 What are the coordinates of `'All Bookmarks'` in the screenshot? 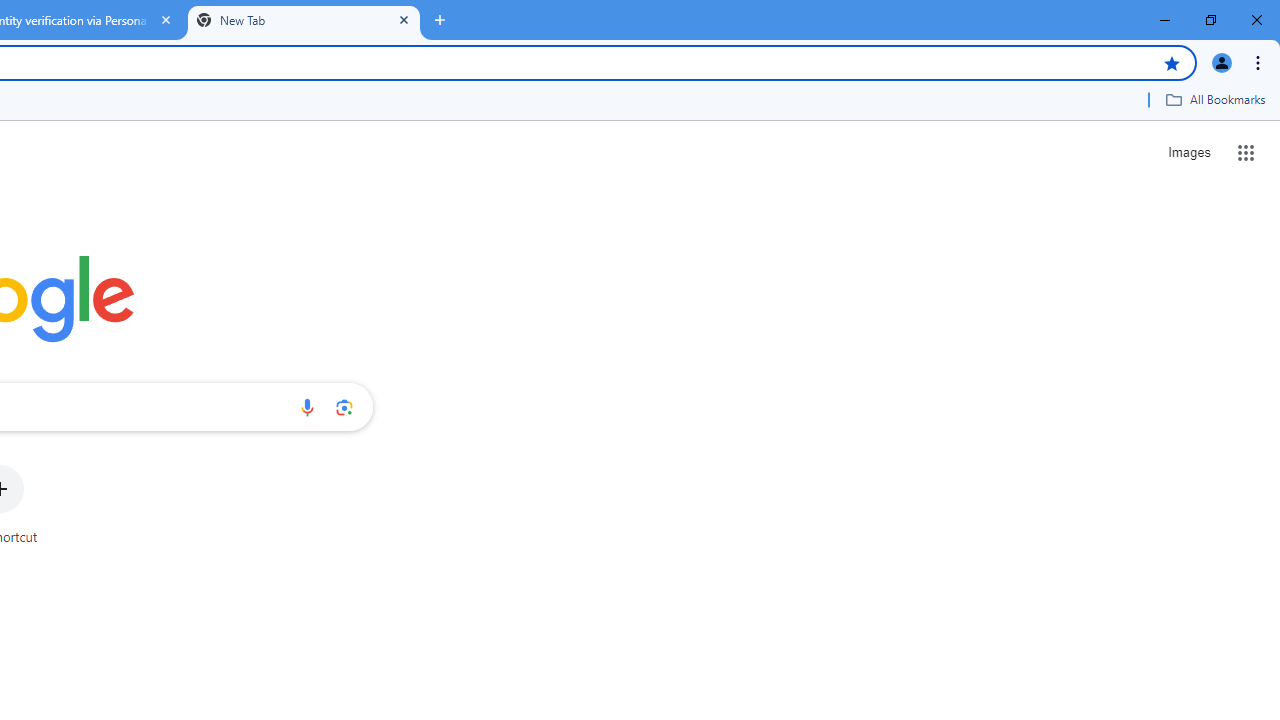 It's located at (1214, 99).